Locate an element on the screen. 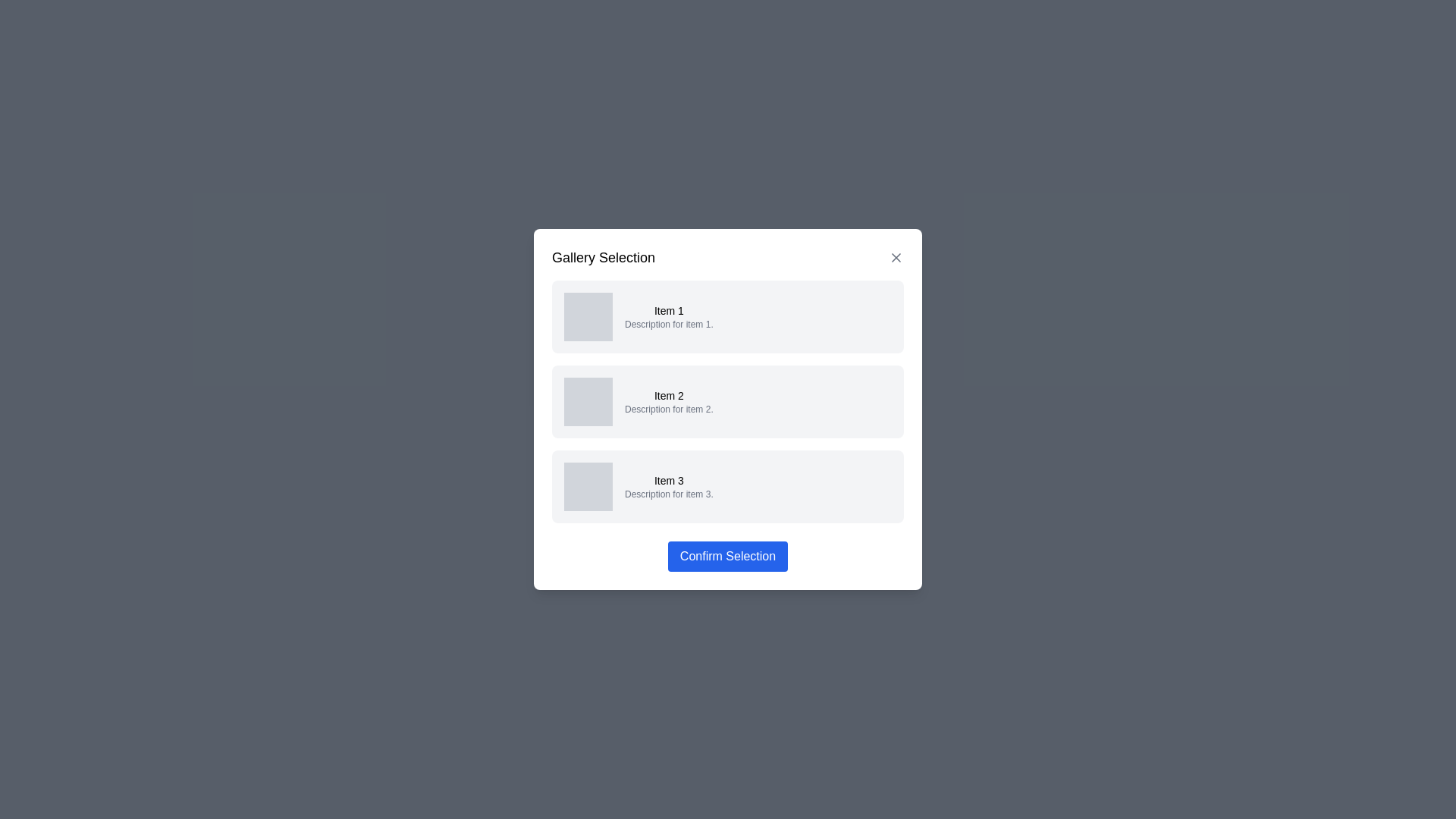 The height and width of the screenshot is (819, 1456). the first item in the selectable list within the modal dialog box, which provides a title and description for the item is located at coordinates (668, 315).